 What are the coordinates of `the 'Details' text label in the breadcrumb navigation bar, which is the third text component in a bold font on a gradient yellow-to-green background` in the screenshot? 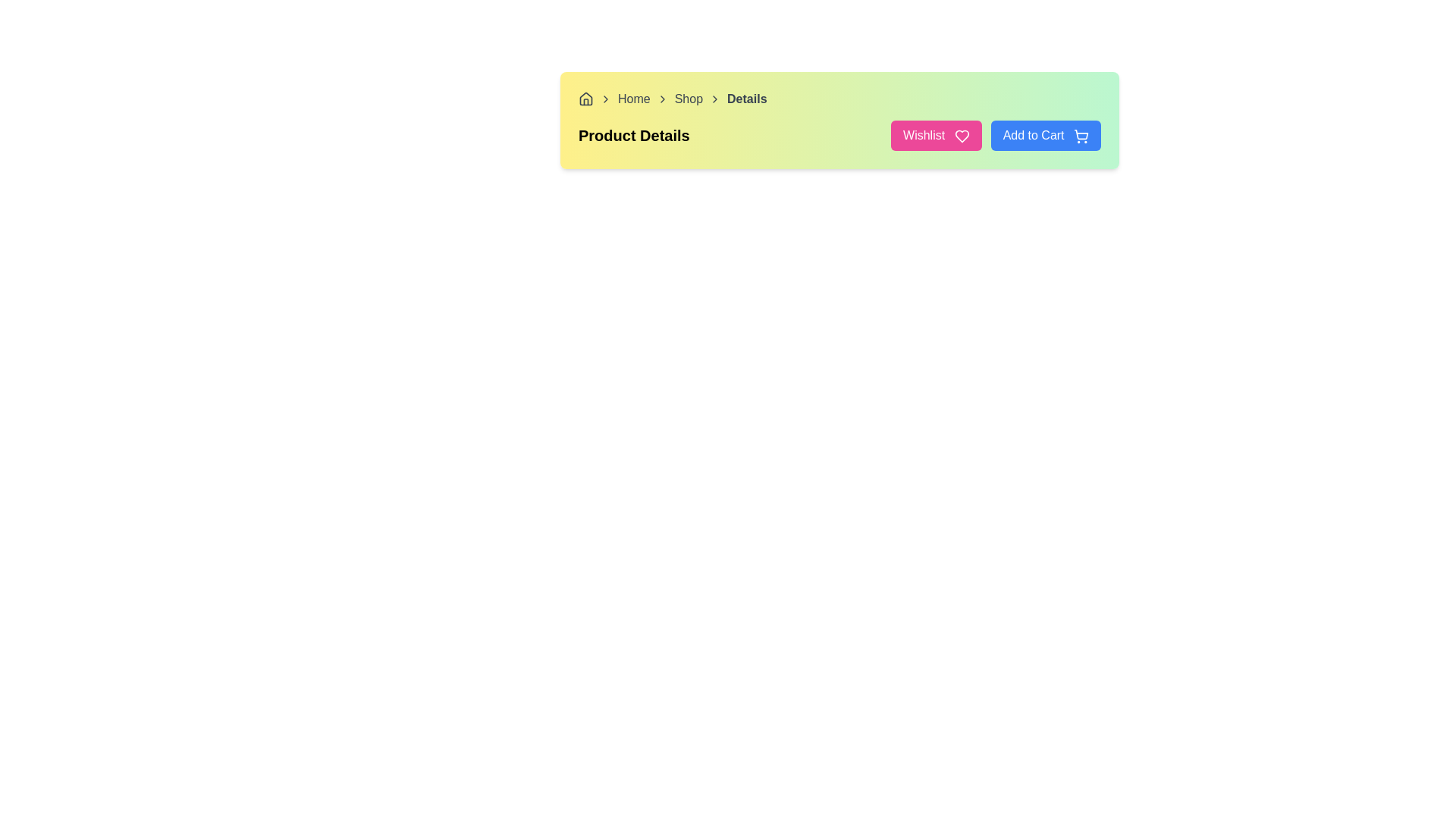 It's located at (747, 99).